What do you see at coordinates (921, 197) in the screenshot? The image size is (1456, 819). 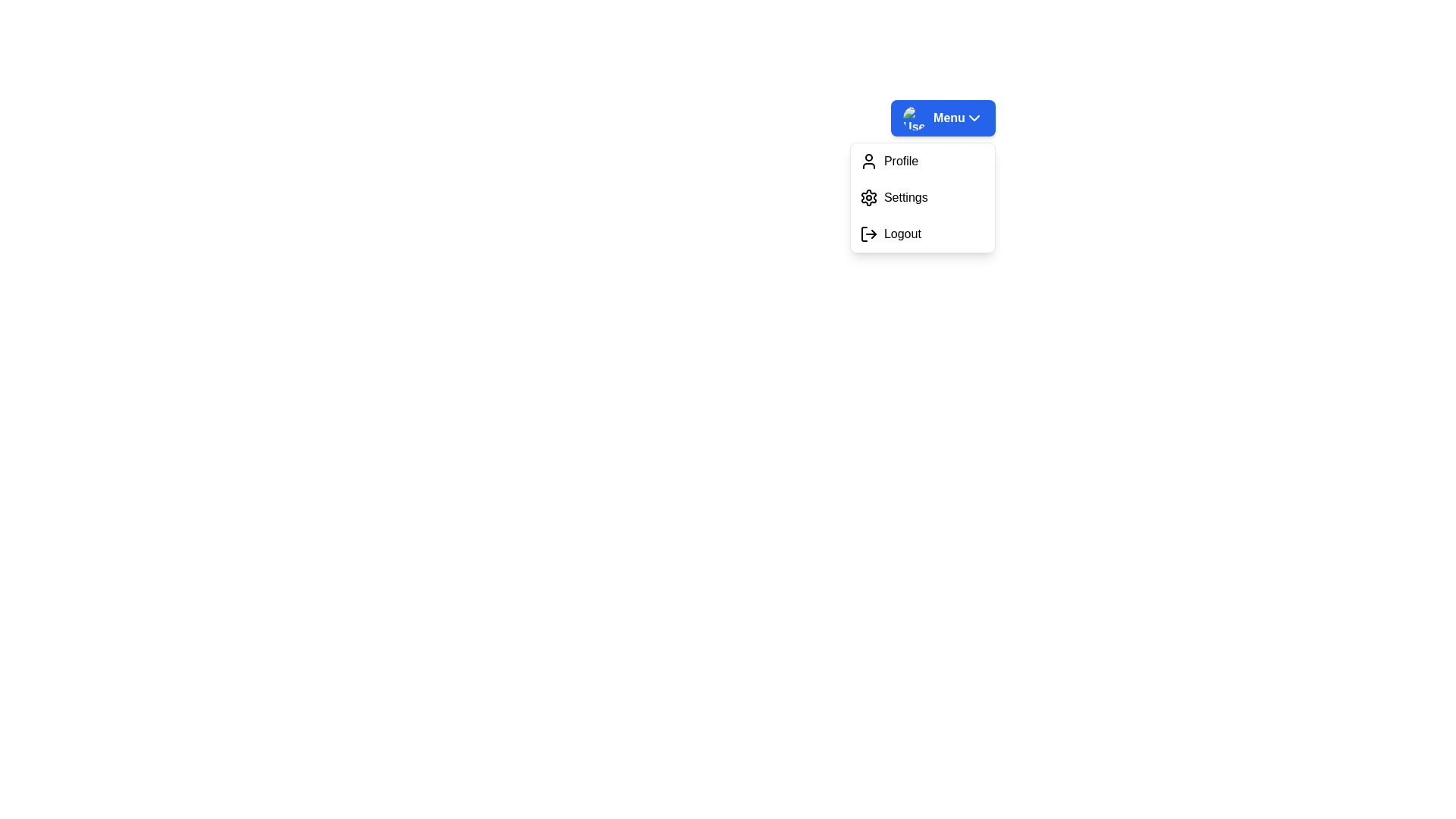 I see `the menu item labeled Settings to view its hover effect` at bounding box center [921, 197].